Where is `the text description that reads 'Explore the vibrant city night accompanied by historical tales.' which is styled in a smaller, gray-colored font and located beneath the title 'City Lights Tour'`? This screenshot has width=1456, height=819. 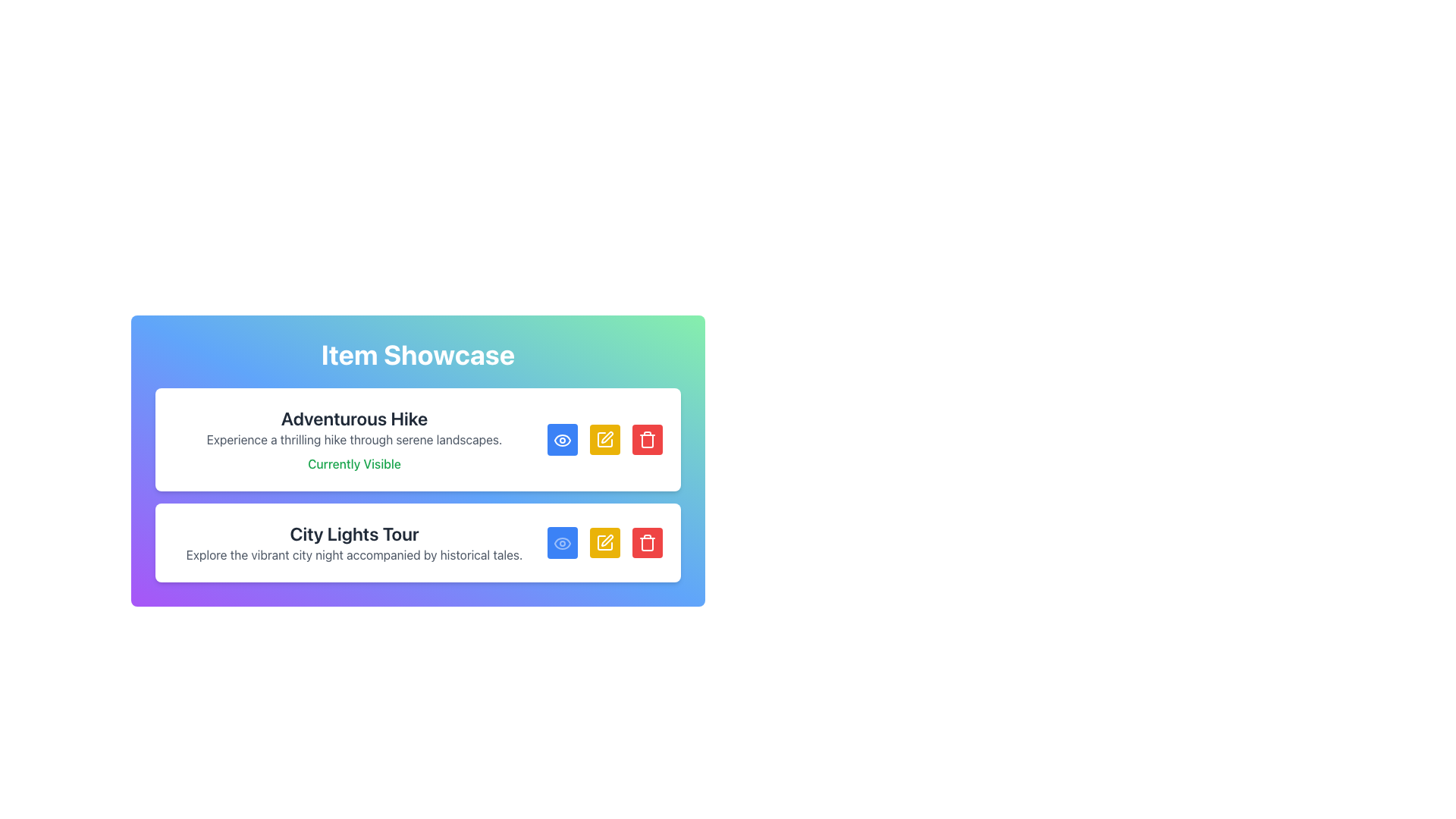
the text description that reads 'Explore the vibrant city night accompanied by historical tales.' which is styled in a smaller, gray-colored font and located beneath the title 'City Lights Tour' is located at coordinates (353, 555).